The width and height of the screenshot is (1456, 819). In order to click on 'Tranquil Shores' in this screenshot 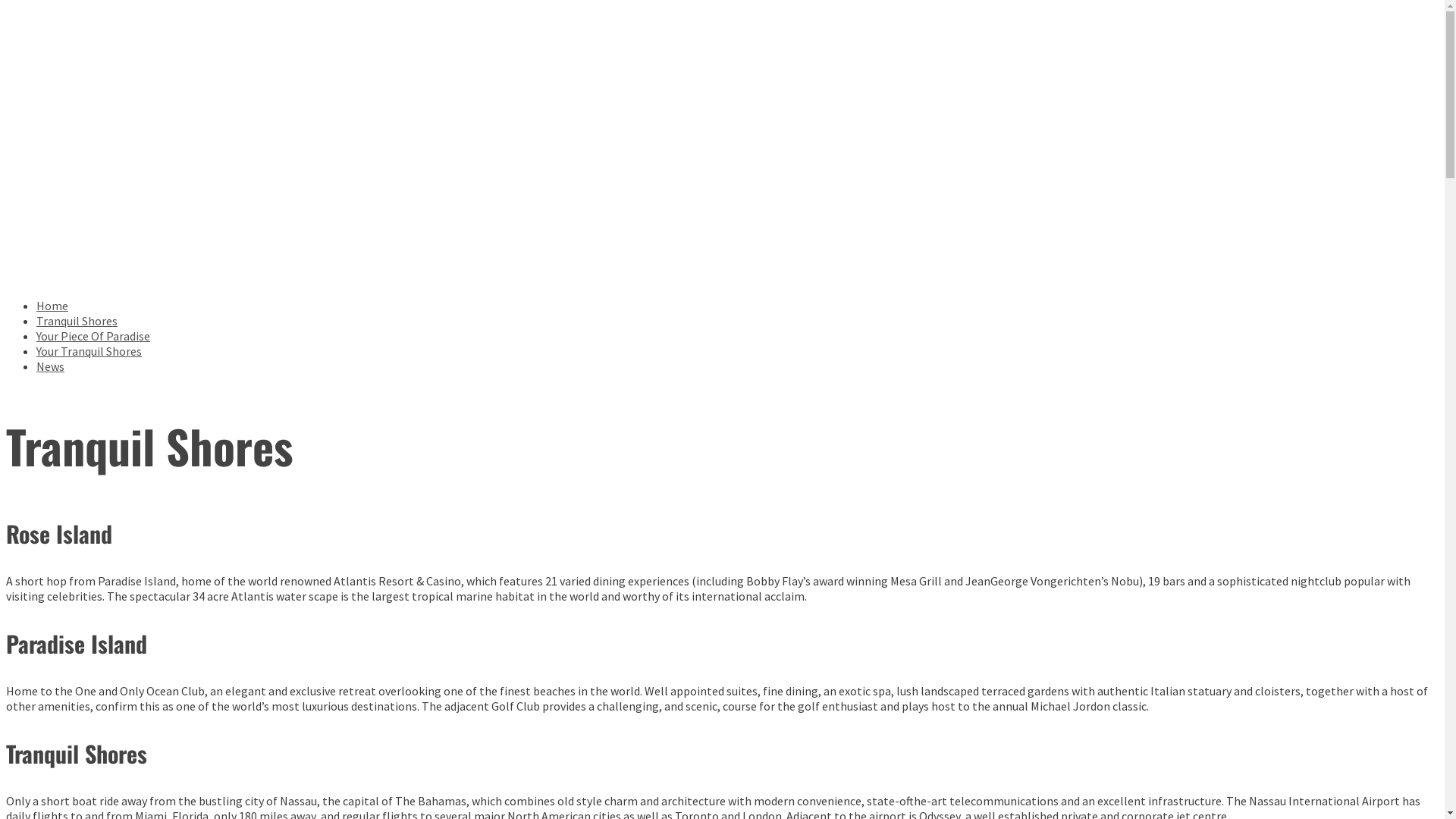, I will do `click(76, 320)`.